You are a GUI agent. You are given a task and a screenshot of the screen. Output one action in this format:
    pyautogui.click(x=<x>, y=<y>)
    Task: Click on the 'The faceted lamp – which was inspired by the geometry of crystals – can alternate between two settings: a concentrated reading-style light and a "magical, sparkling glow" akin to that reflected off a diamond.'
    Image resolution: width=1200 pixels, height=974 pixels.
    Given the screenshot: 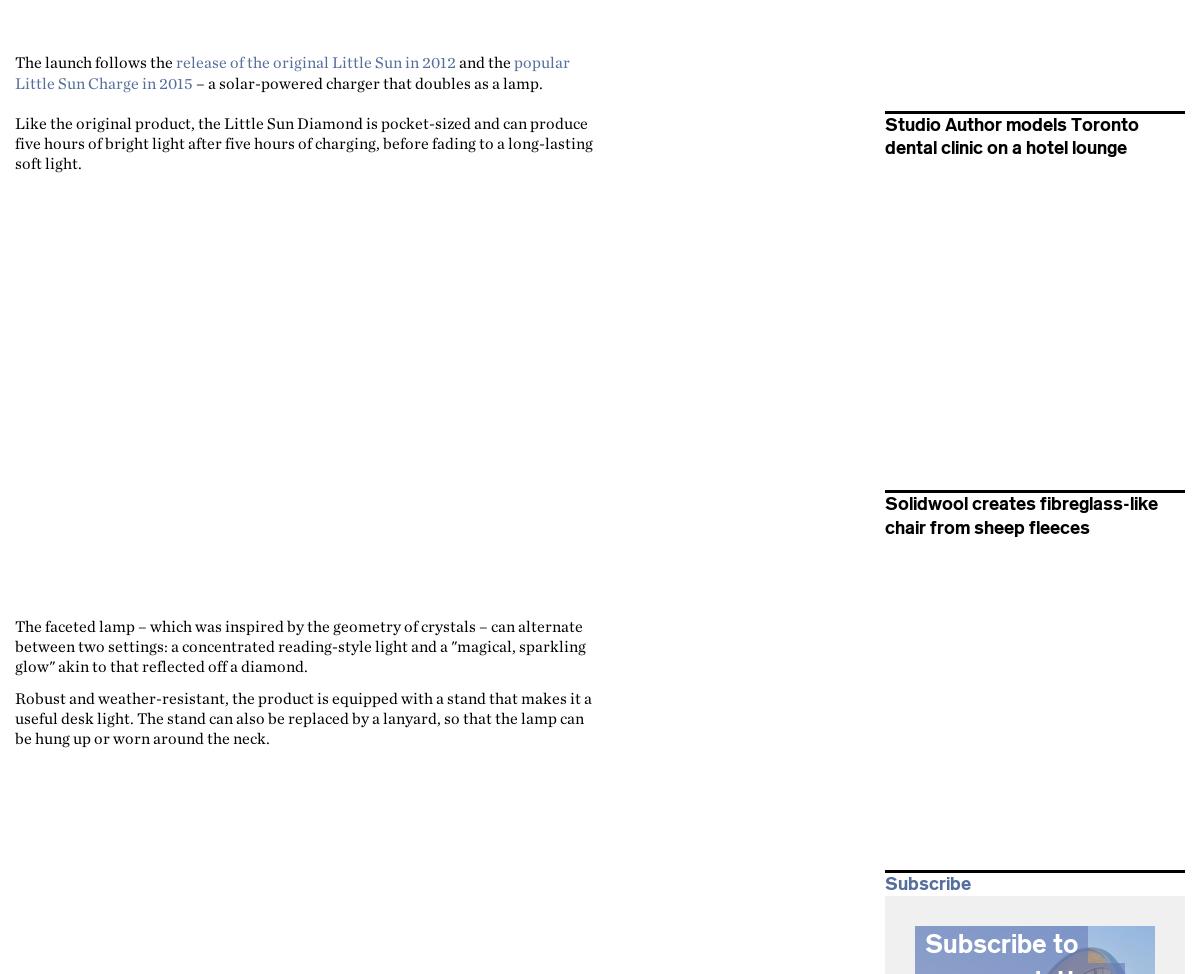 What is the action you would take?
    pyautogui.click(x=300, y=644)
    